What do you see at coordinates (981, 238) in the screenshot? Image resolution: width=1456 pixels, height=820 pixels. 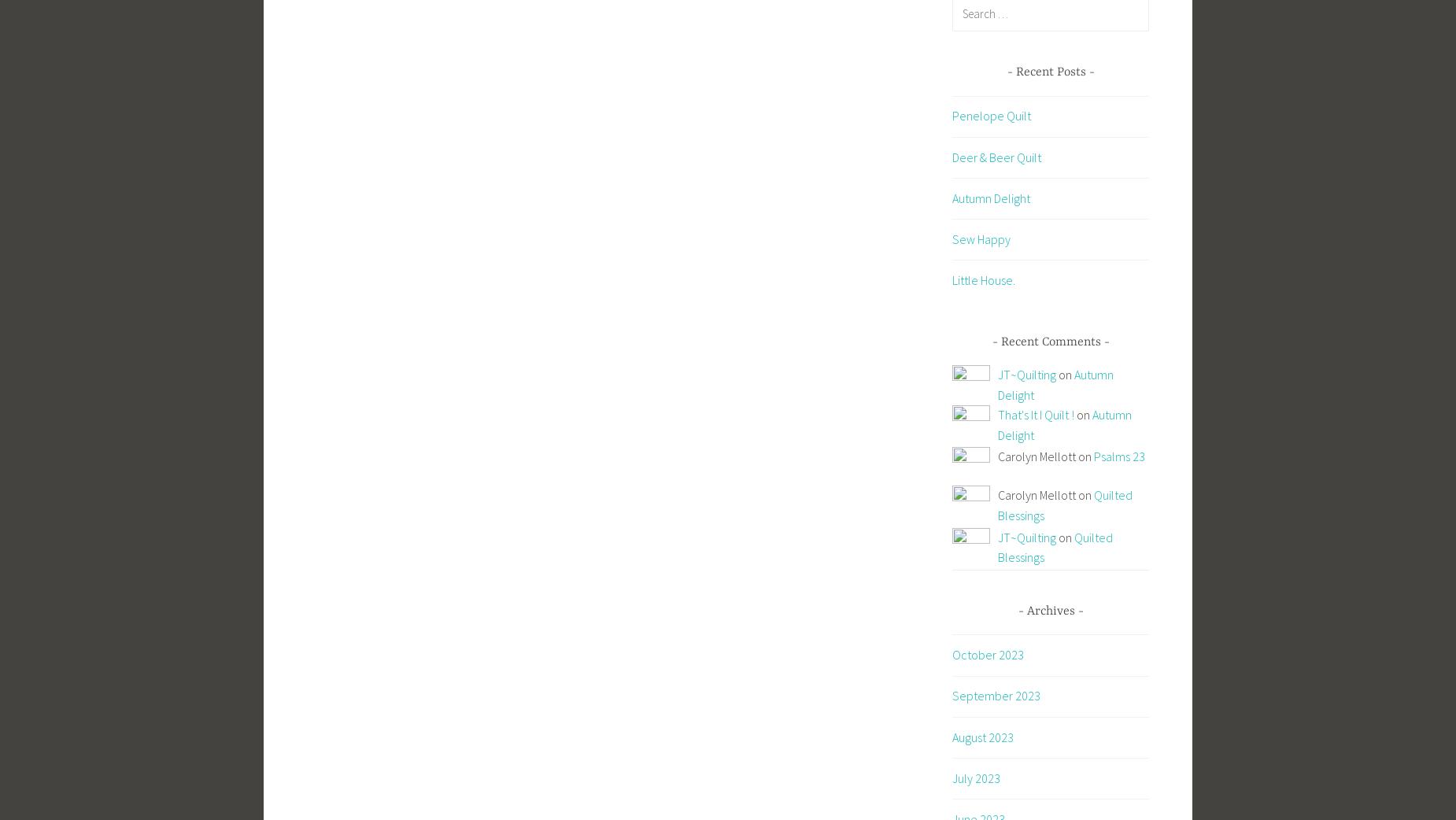 I see `'Sew Happy'` at bounding box center [981, 238].